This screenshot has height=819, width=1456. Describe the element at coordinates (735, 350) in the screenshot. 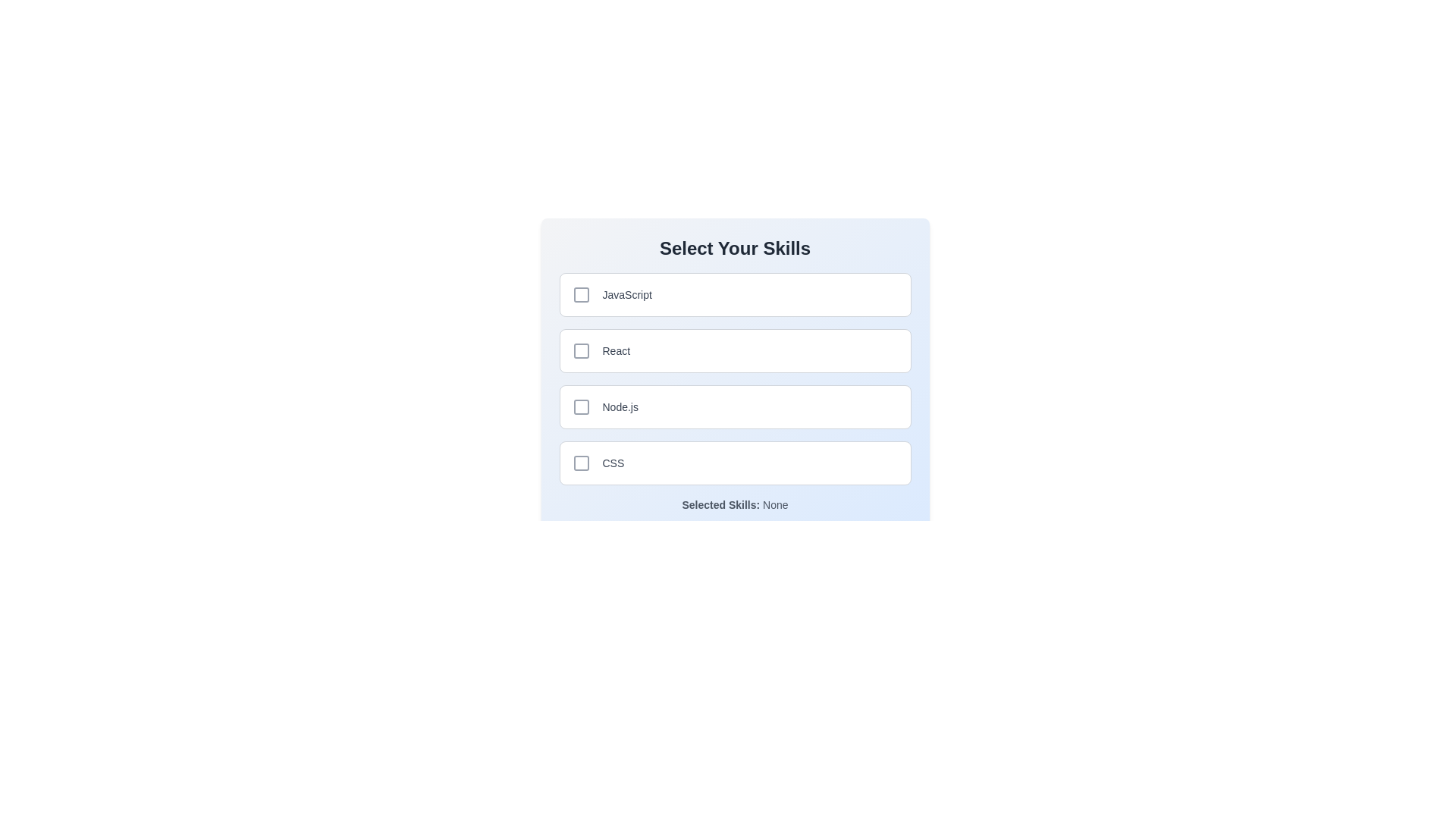

I see `the 'React' skill checkbox, the second selectable item in the vertical list of skills, to trigger visual feedback` at that location.